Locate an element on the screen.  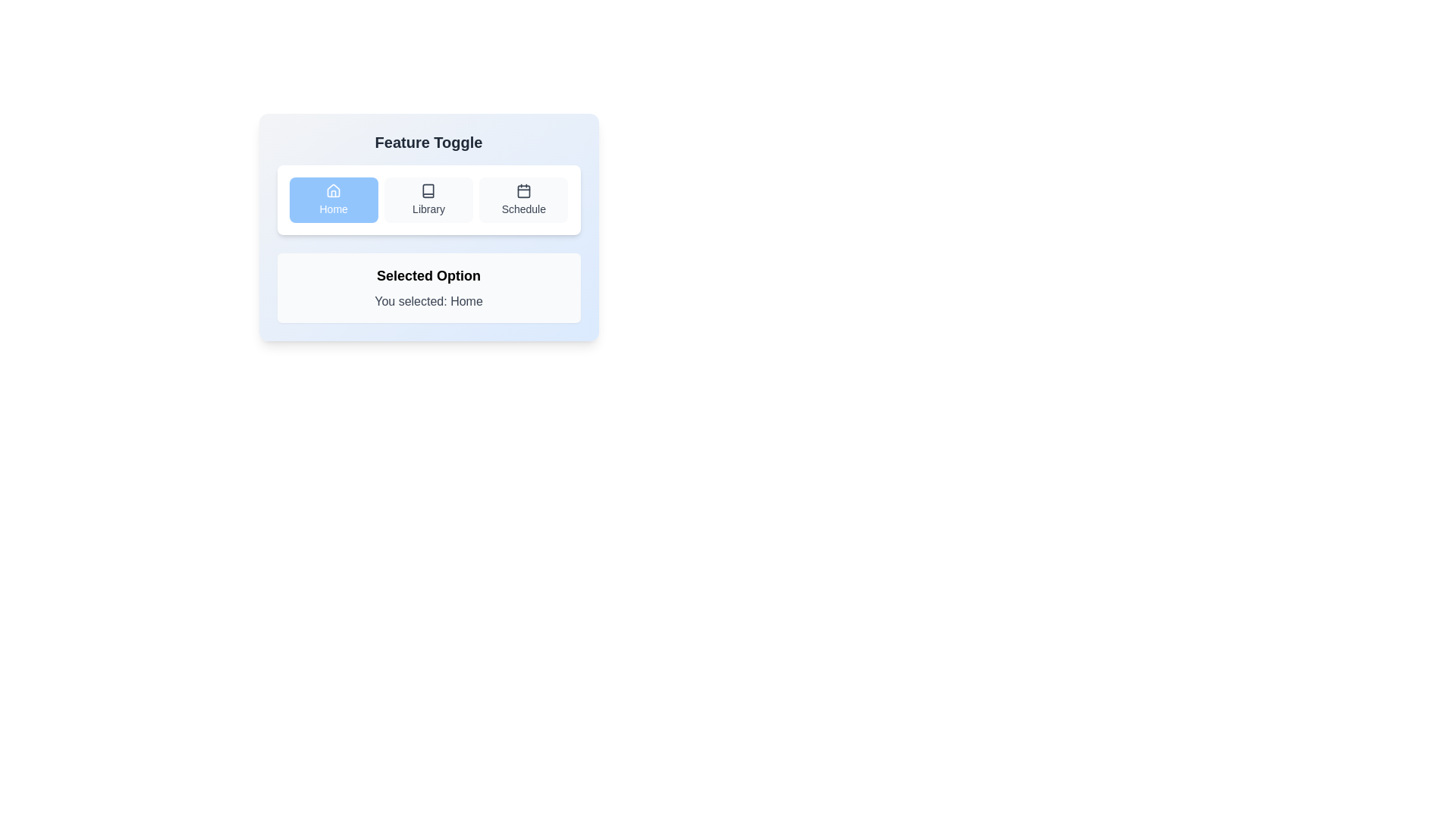
the 'Home' button icon, which is centrally positioned within the button and serves as a visual cue for navigating to the home page or main menu is located at coordinates (333, 190).